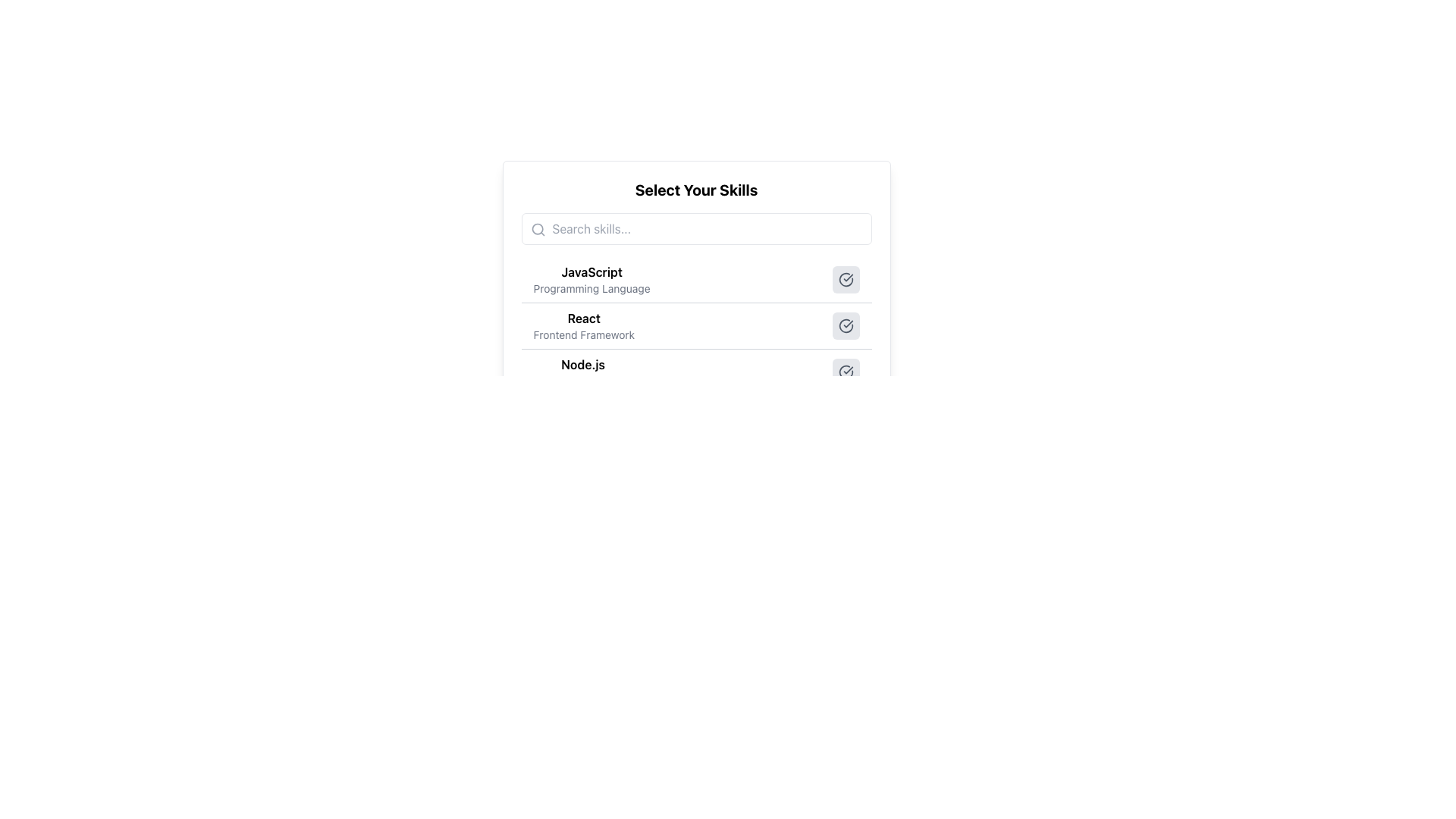 The image size is (1456, 819). I want to click on the static label text that describes 'JavaScript' as a 'Programming Language', which is positioned directly below the bolded text 'JavaScript' in the 'Select Your Skills' list, so click(591, 289).